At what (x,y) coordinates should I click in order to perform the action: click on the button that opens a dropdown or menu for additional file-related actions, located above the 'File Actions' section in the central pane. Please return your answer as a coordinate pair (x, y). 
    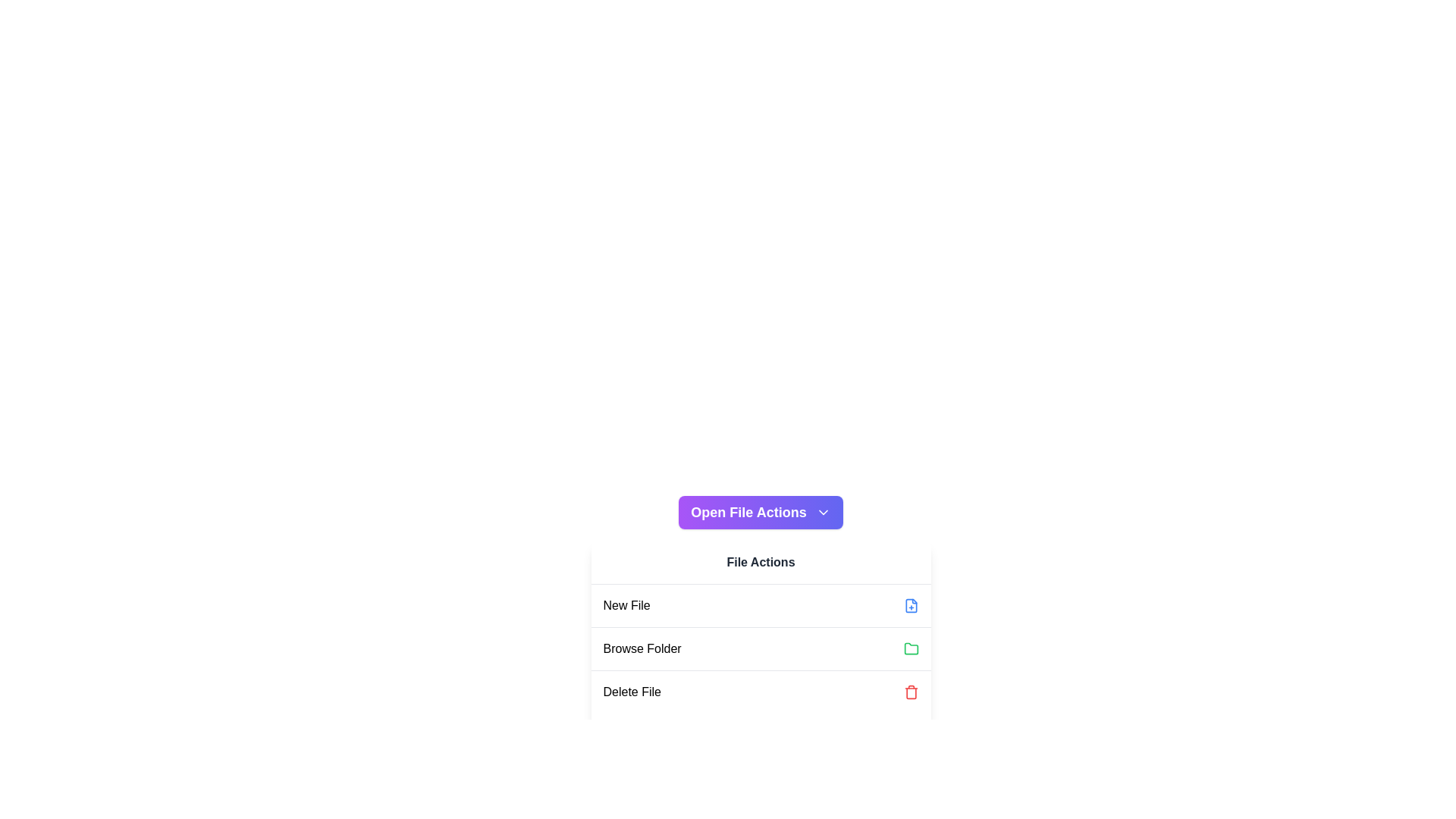
    Looking at the image, I should click on (761, 512).